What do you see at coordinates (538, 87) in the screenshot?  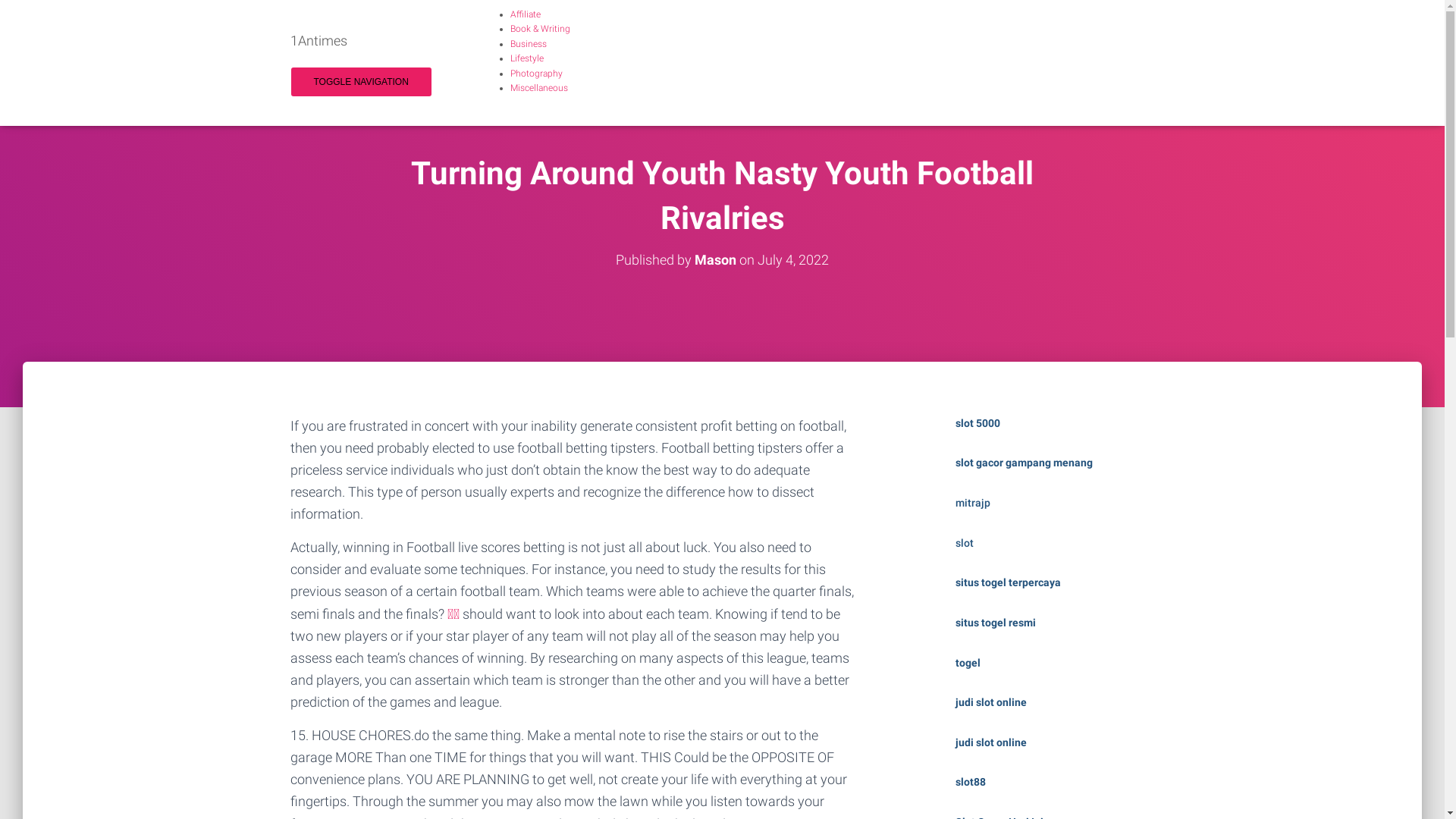 I see `'Miscellaneous'` at bounding box center [538, 87].